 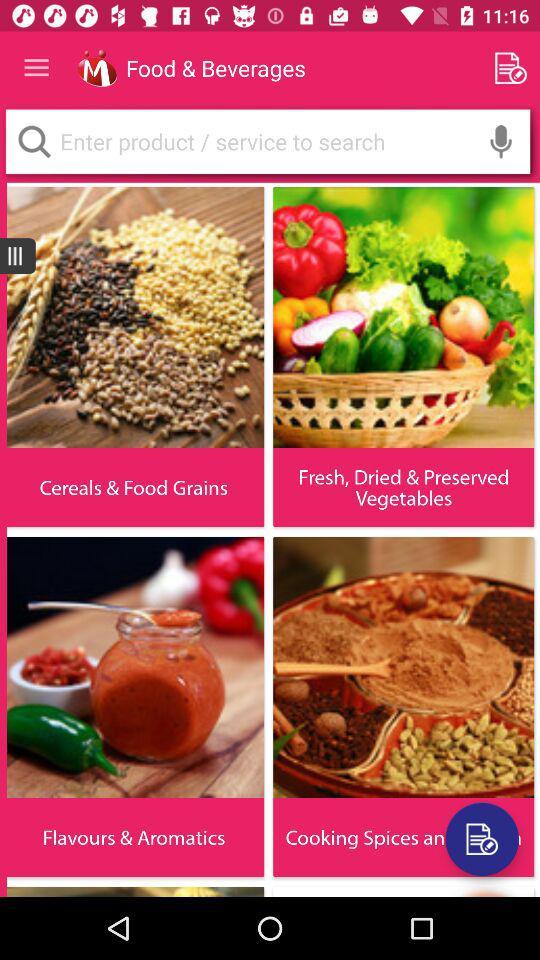 What do you see at coordinates (500, 140) in the screenshot?
I see `the microphone icon` at bounding box center [500, 140].